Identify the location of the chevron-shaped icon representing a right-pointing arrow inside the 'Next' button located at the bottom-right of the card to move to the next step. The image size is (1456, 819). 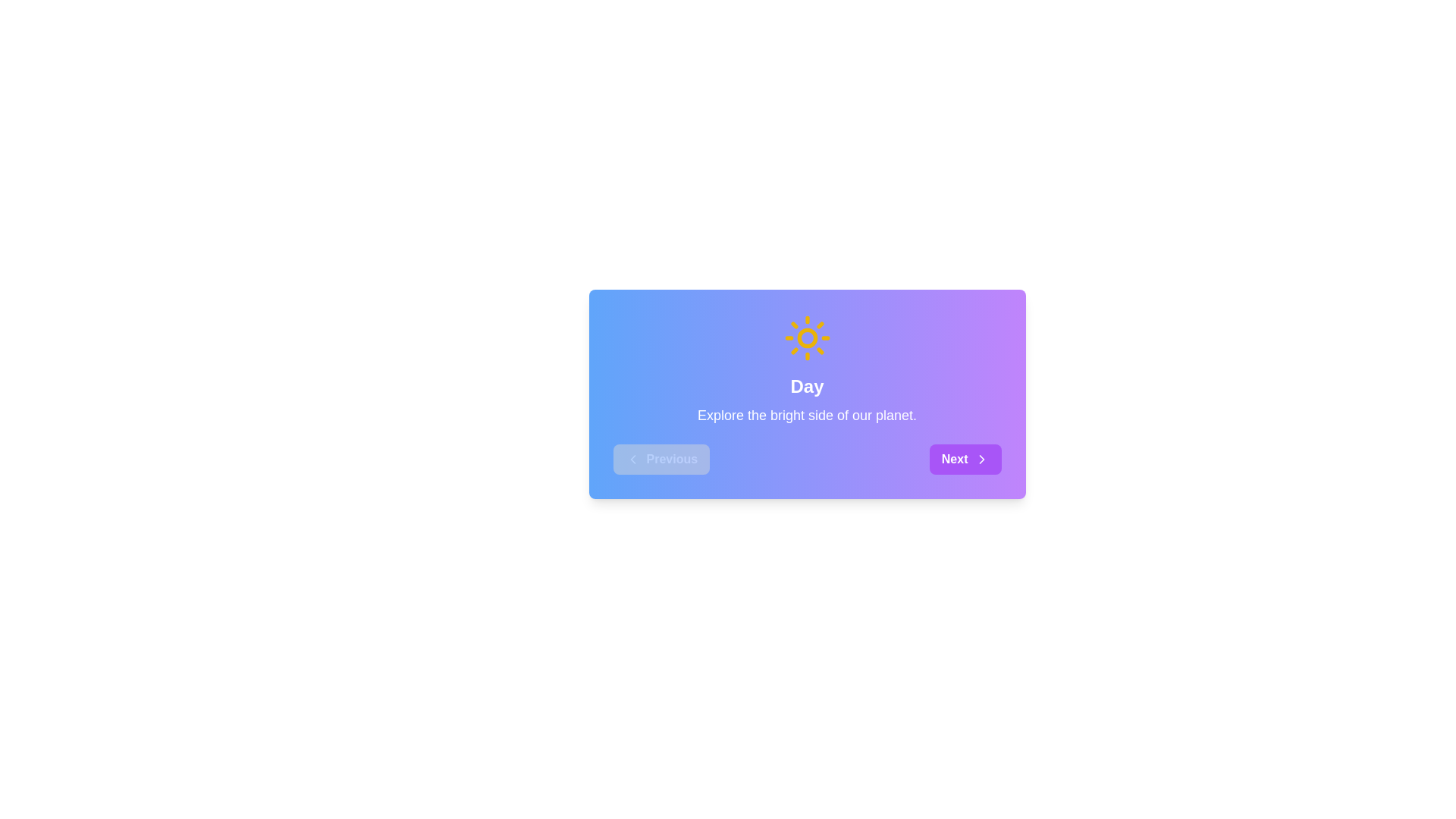
(981, 458).